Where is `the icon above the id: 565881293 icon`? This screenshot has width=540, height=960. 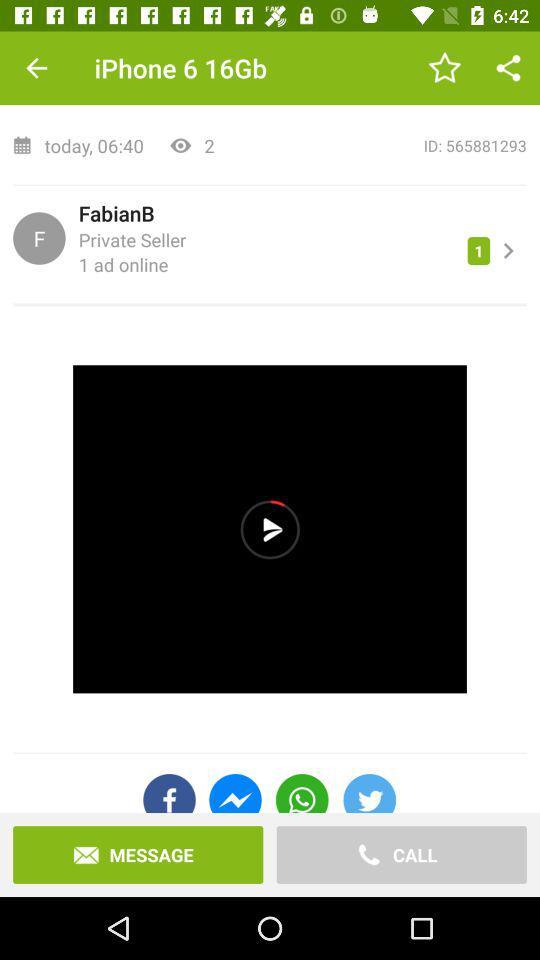 the icon above the id: 565881293 icon is located at coordinates (508, 68).